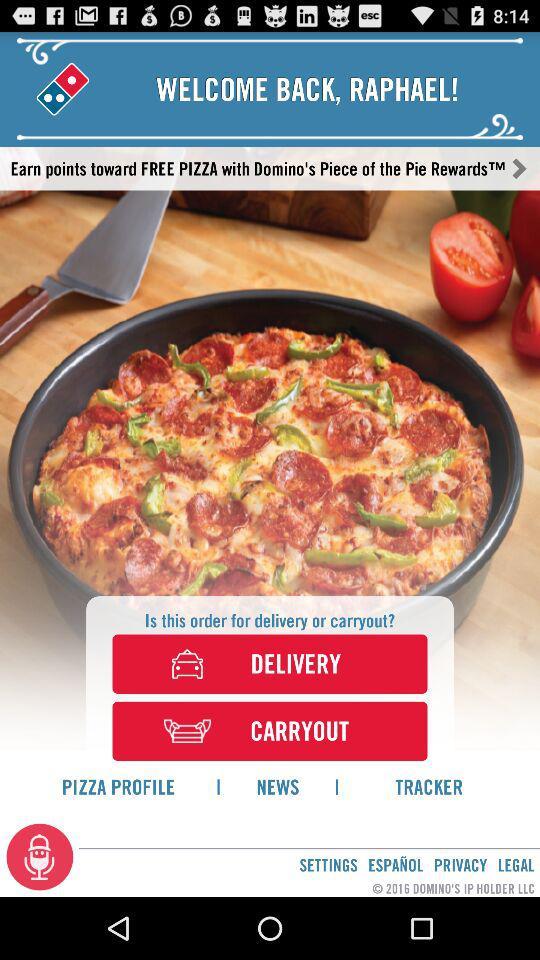  I want to click on the microphone icon, so click(40, 917).